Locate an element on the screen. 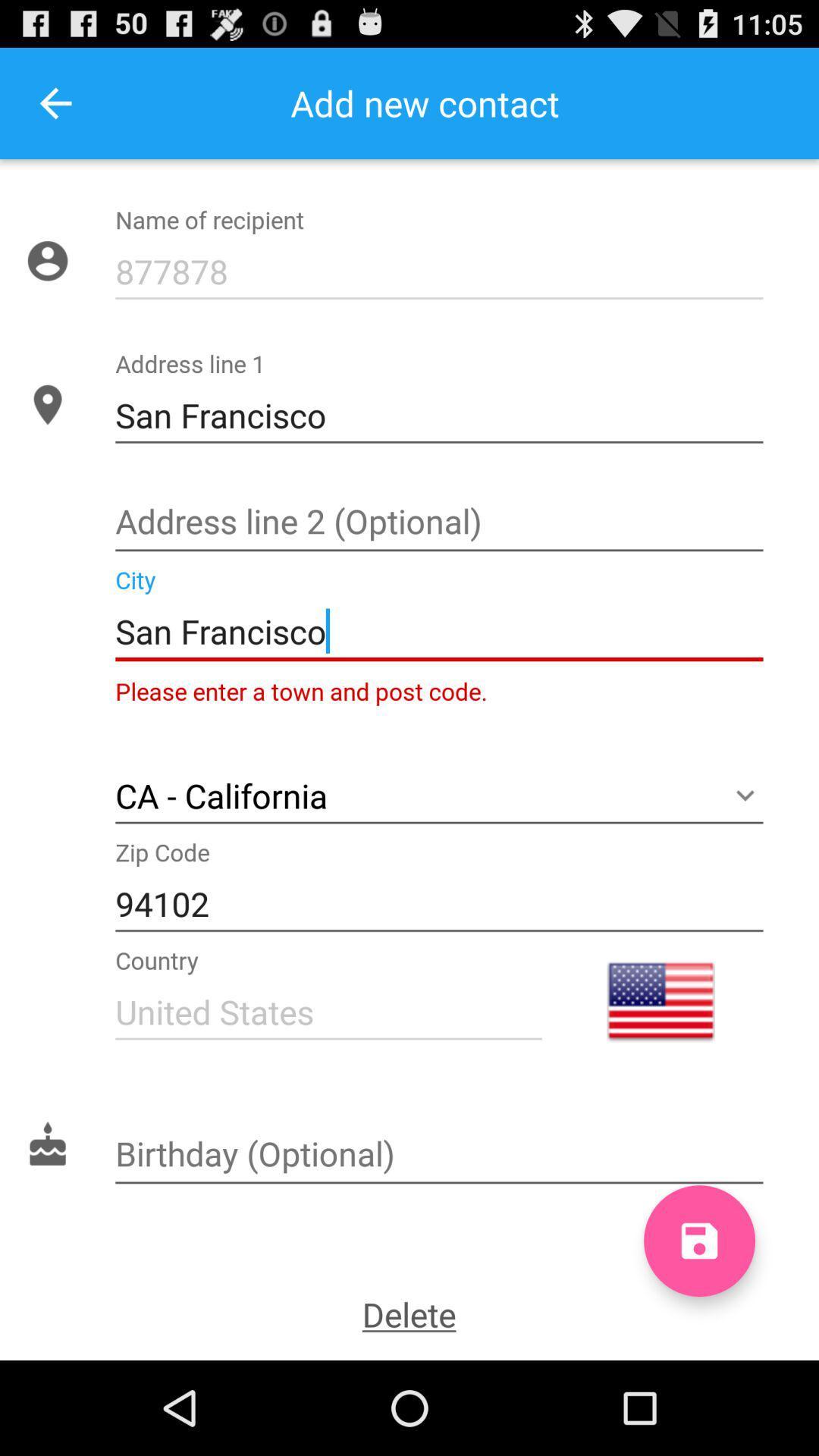  your birthday is located at coordinates (439, 1155).